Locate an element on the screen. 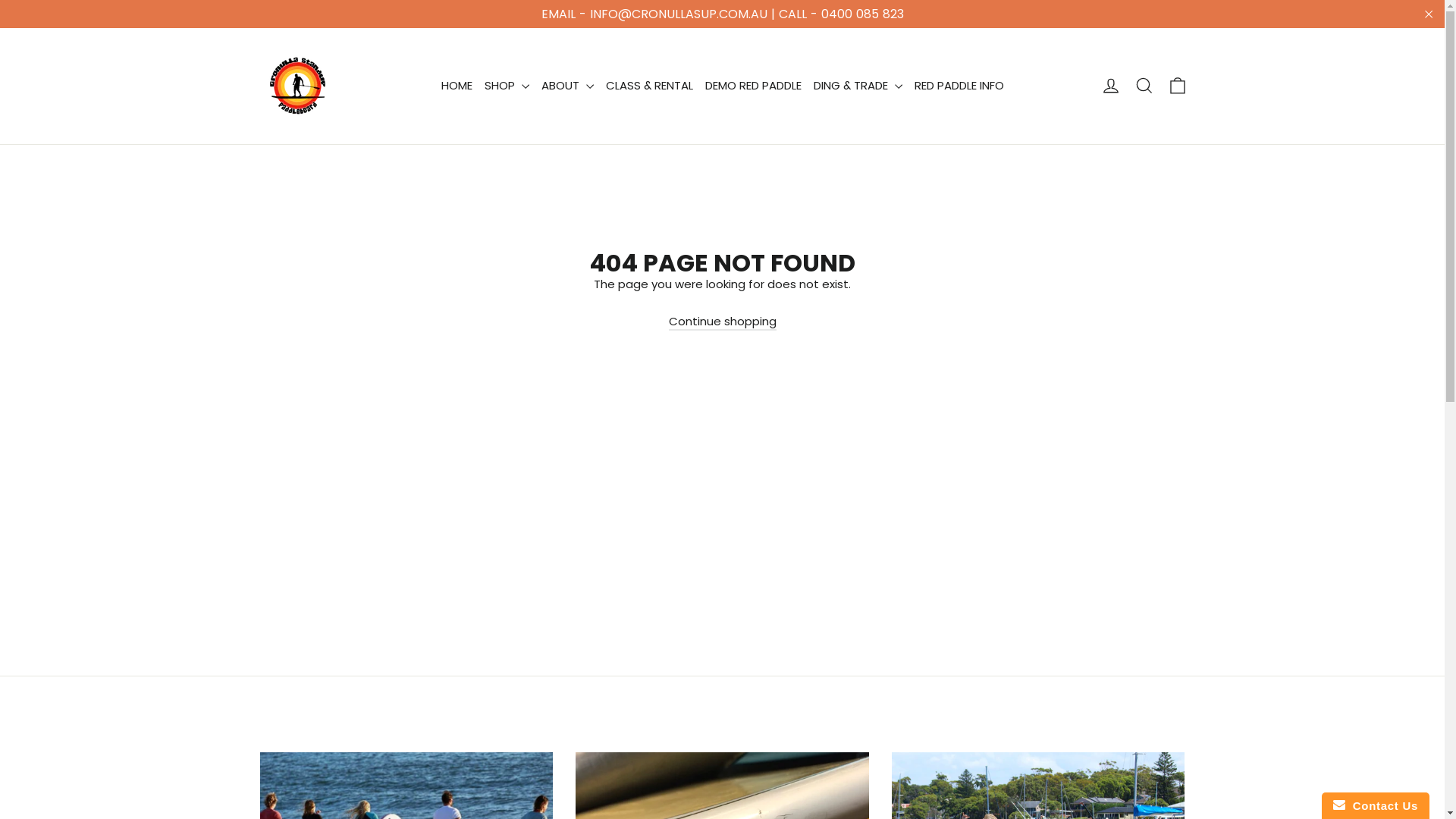  'Skip to content' is located at coordinates (0, 0).